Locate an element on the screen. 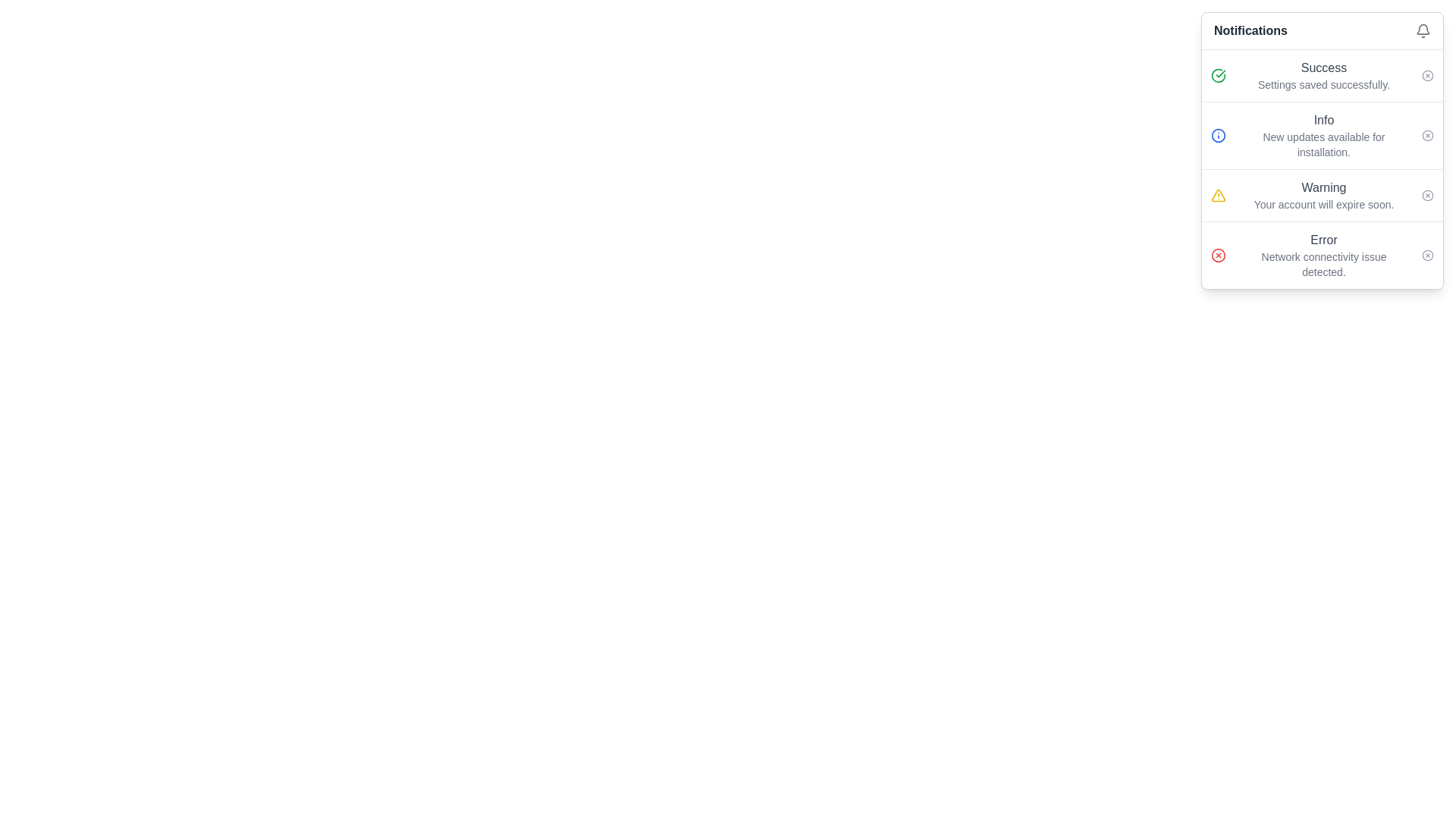 This screenshot has height=819, width=1456. the success icon located in the upper-left corner of the 'Success' notification, which indicates that settings have been saved successfully is located at coordinates (1219, 76).